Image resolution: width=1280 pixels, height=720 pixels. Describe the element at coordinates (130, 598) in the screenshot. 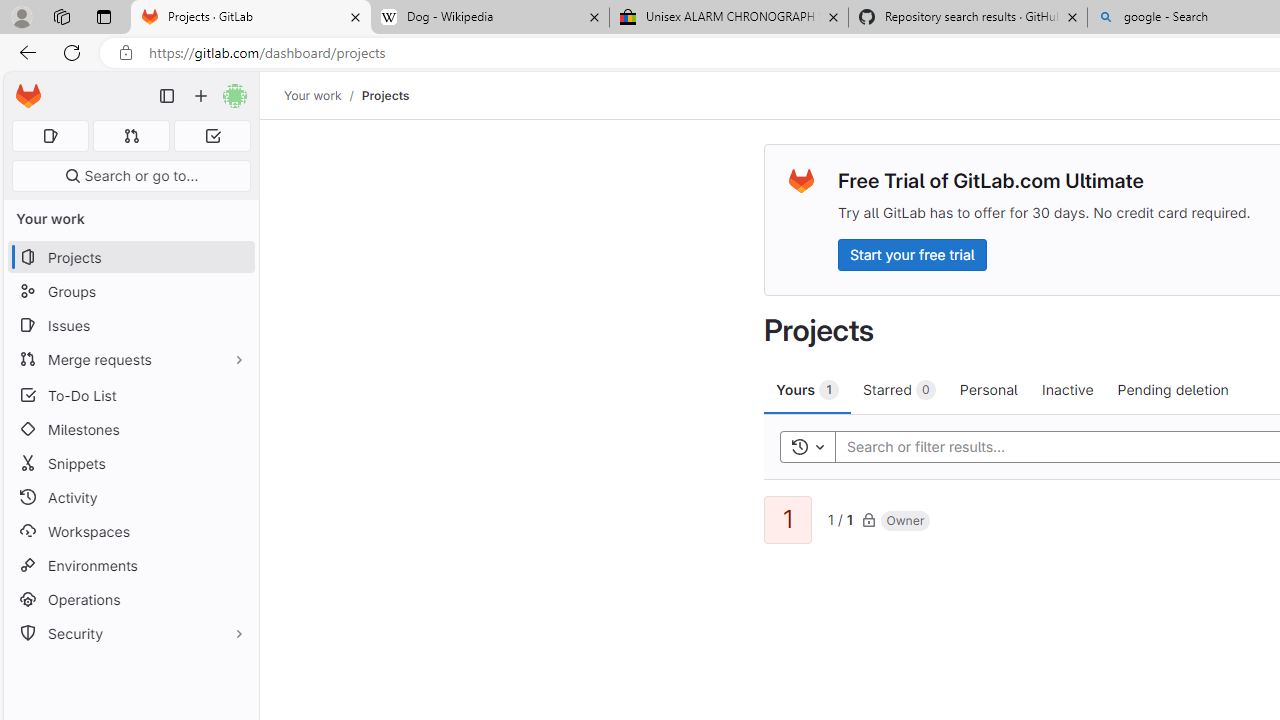

I see `'Operations'` at that location.